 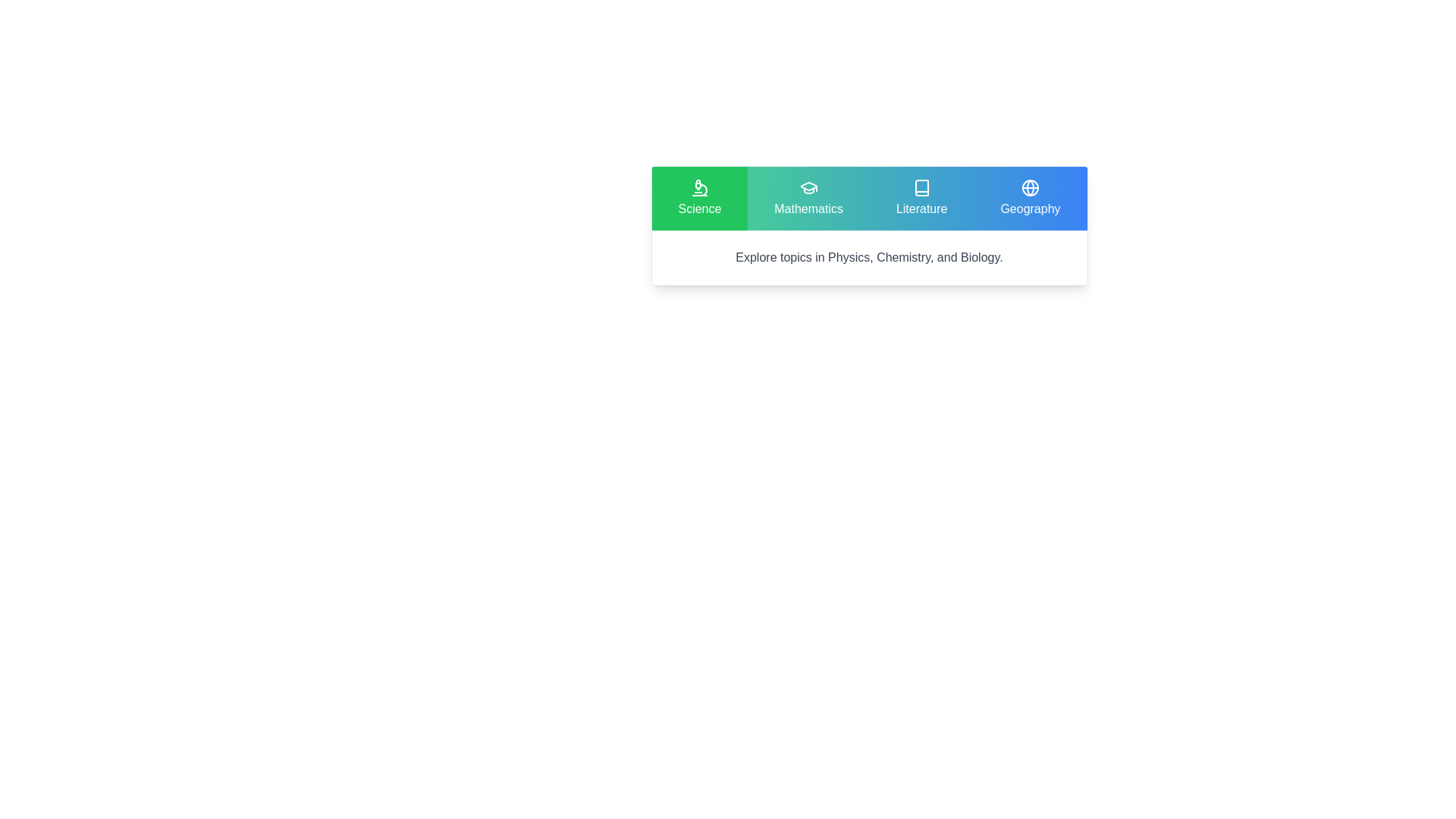 I want to click on the Geography button located in the upper-right of the interface, so click(x=1030, y=198).